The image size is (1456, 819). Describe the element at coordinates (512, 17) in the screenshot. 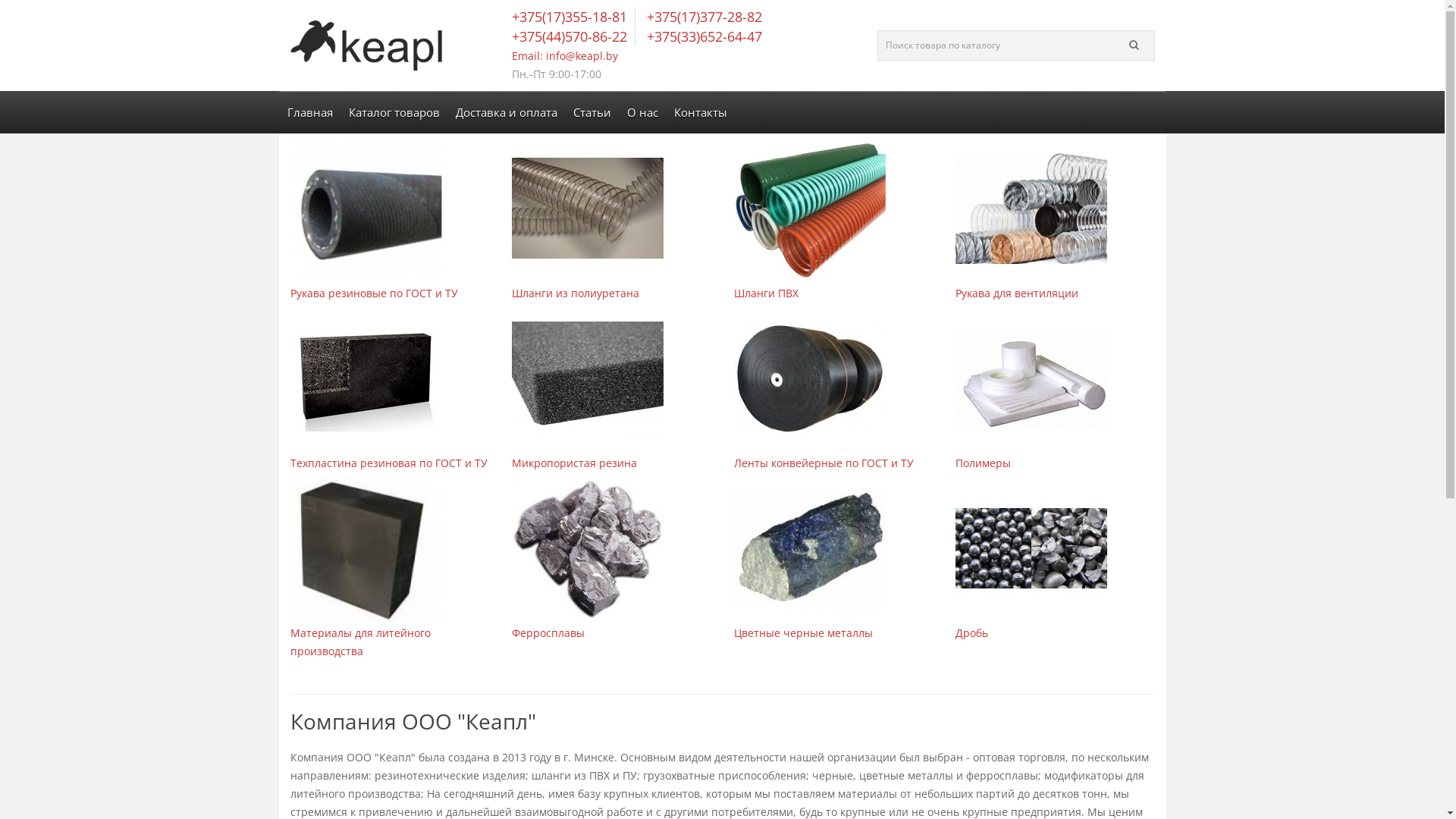

I see `'+375(17)355-18-81'` at that location.